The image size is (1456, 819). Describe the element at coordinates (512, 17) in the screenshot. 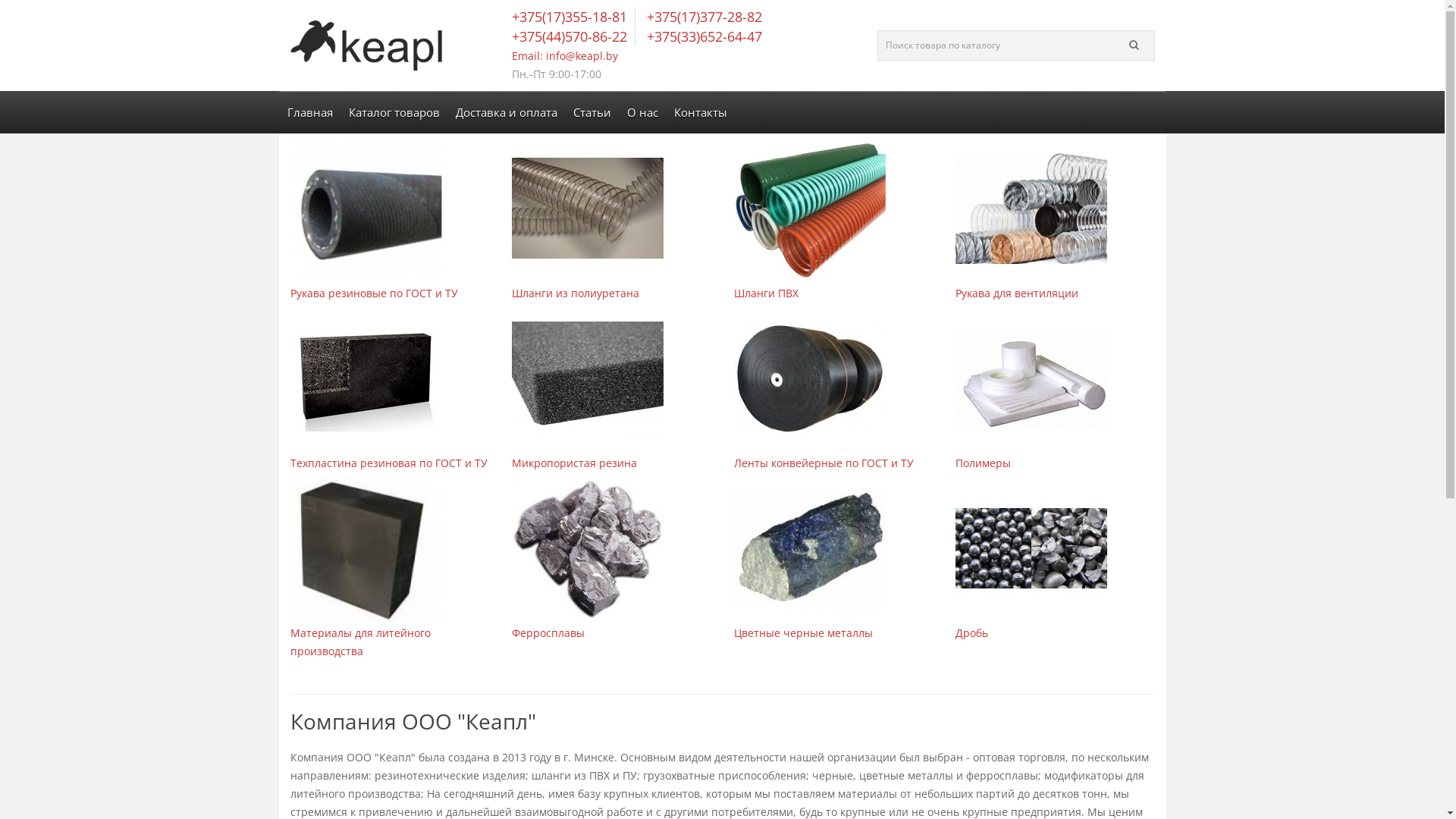

I see `'+375(17)355-18-81'` at that location.